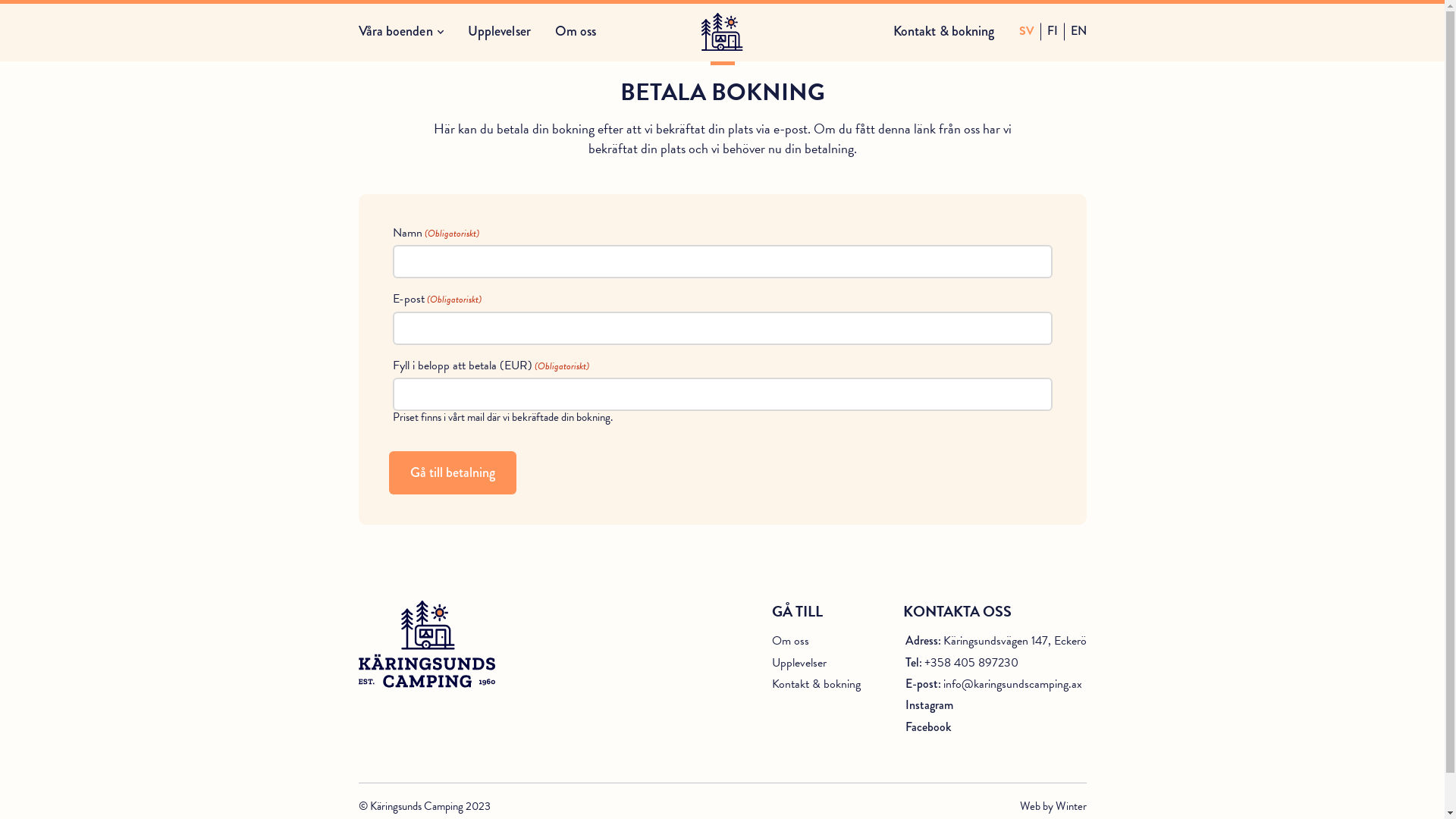  I want to click on 'Instagram', so click(905, 704).